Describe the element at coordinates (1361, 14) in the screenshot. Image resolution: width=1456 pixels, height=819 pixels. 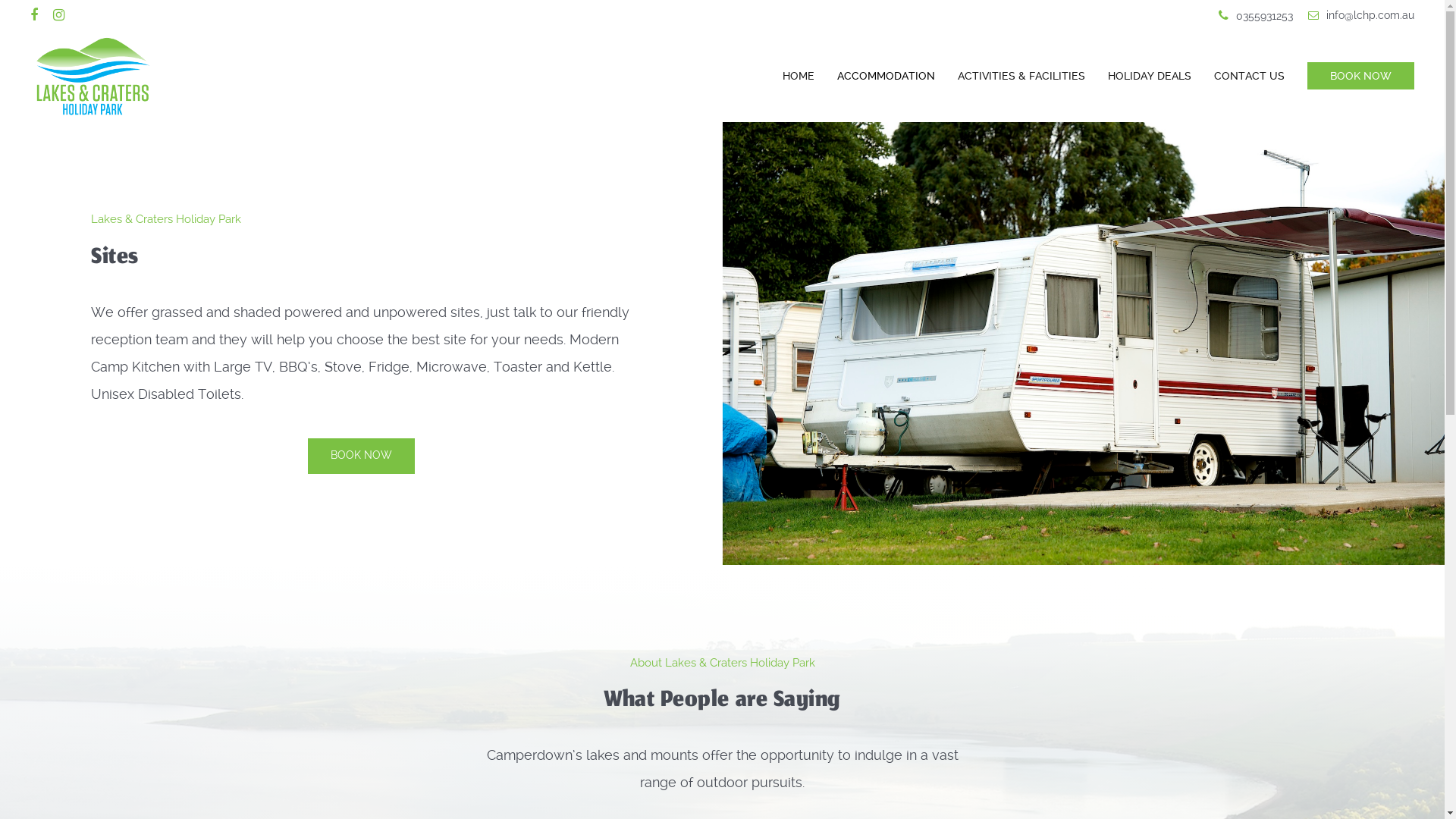
I see `'info@lchp.com.au'` at that location.